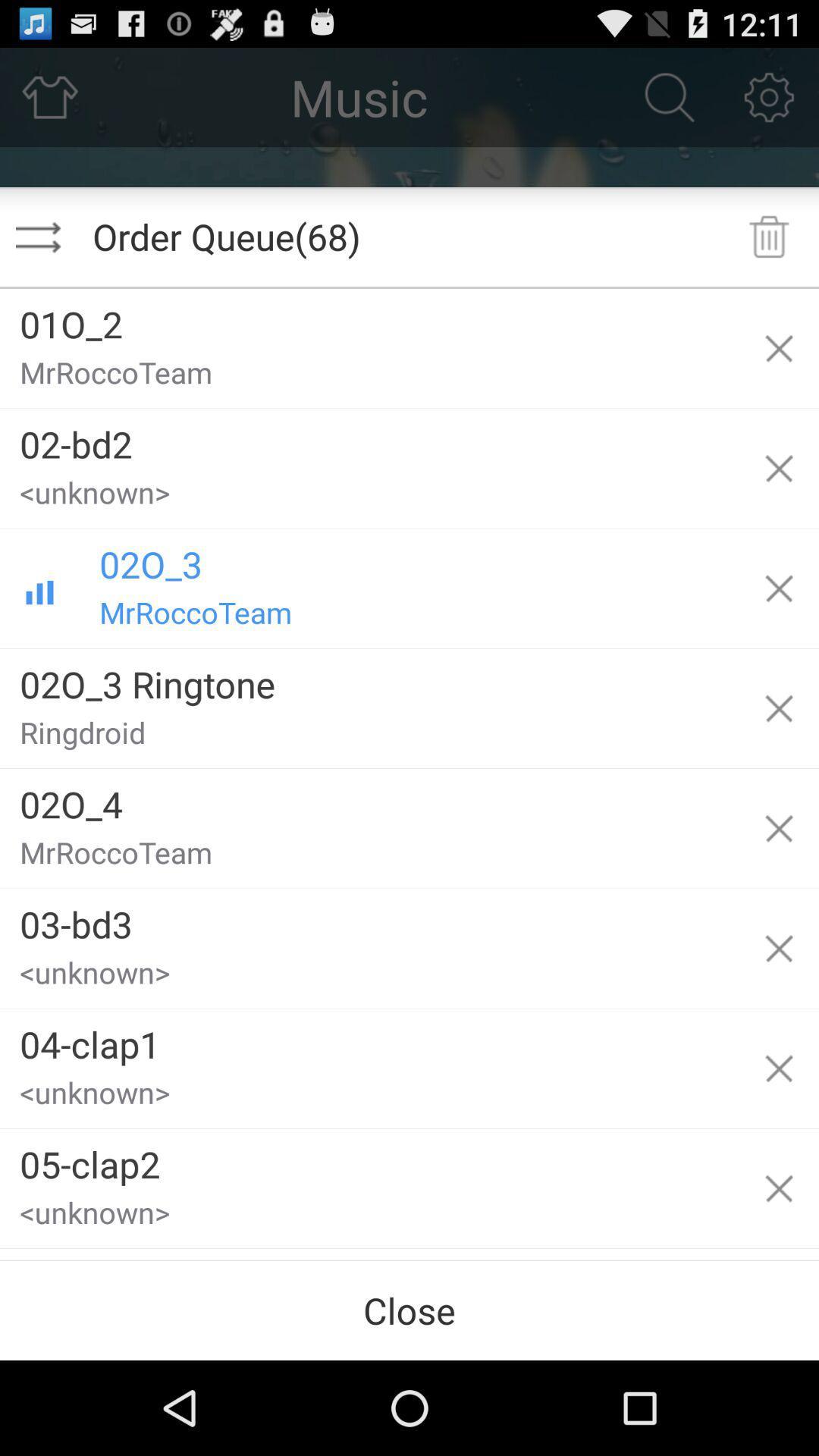 The width and height of the screenshot is (819, 1456). I want to click on the item below 06-crash1, so click(409, 1310).